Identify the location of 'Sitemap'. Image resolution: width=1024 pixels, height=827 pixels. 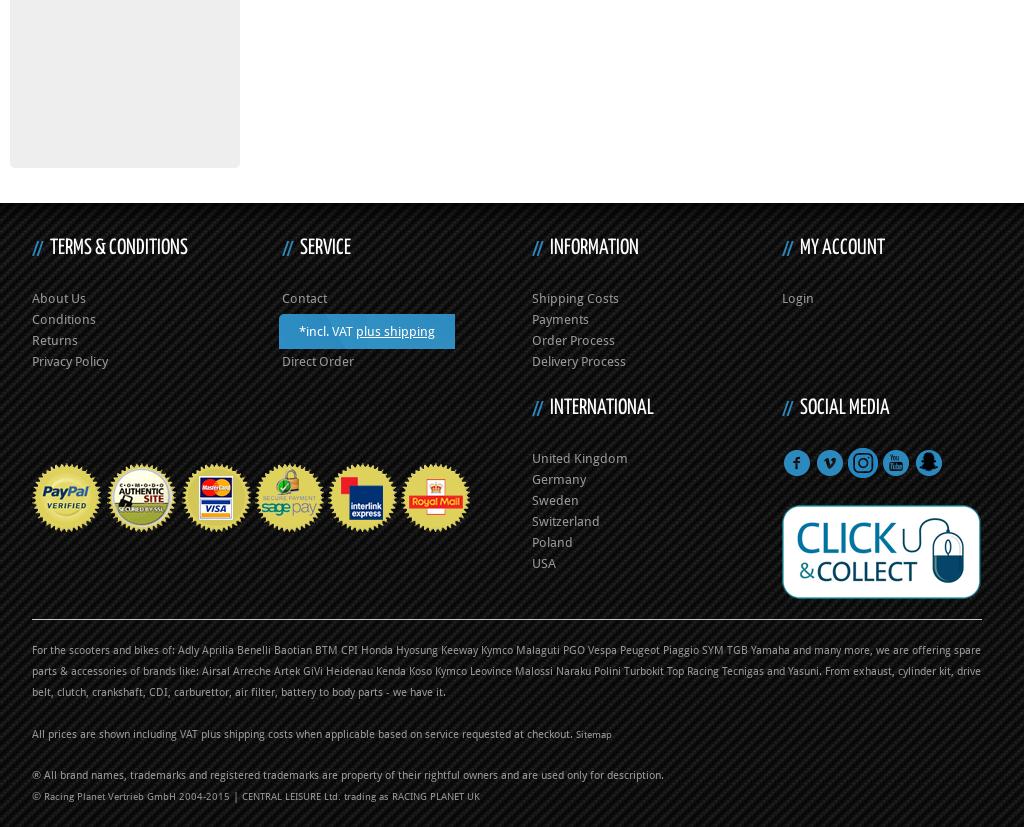
(593, 732).